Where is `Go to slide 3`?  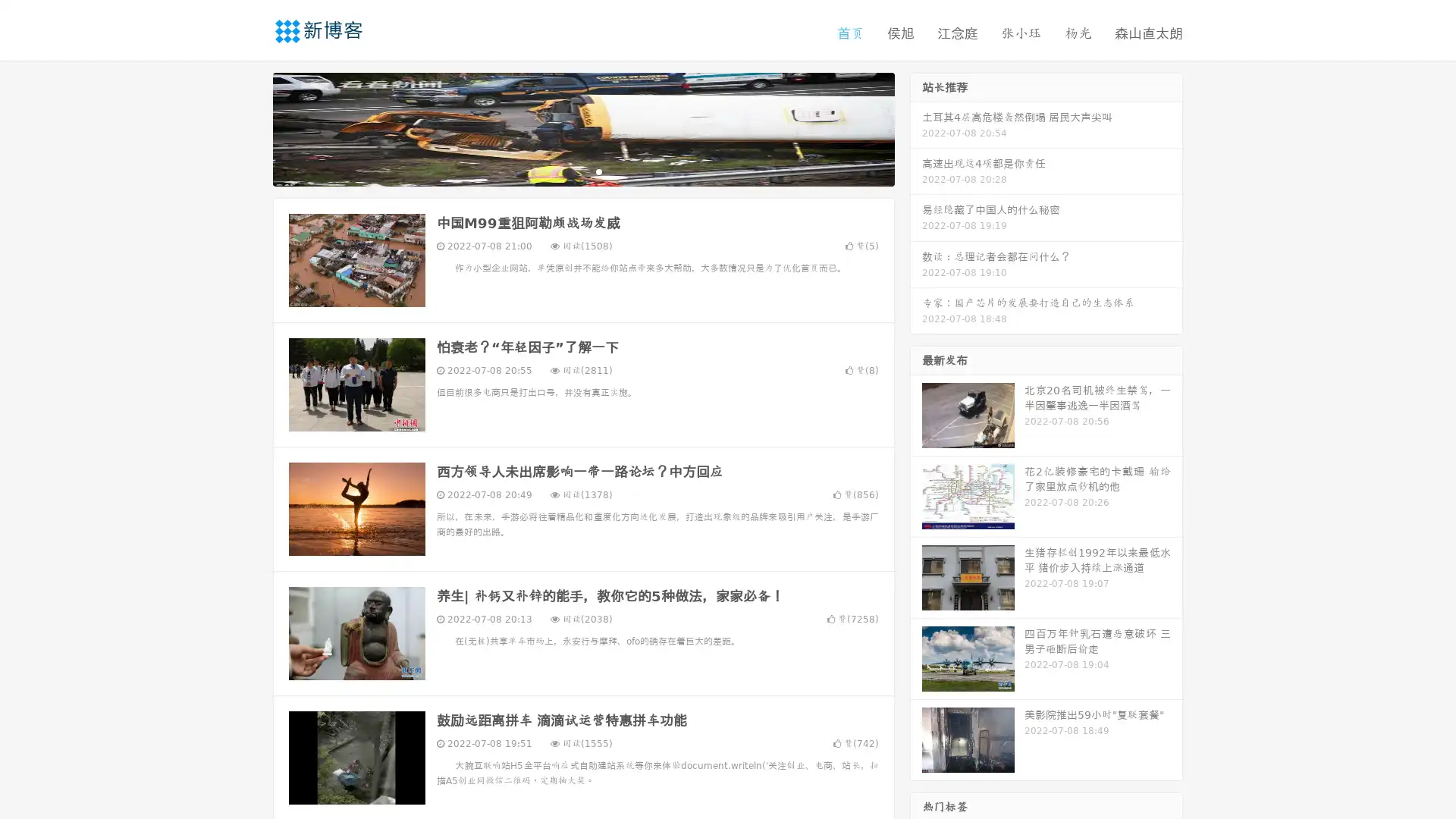 Go to slide 3 is located at coordinates (598, 171).